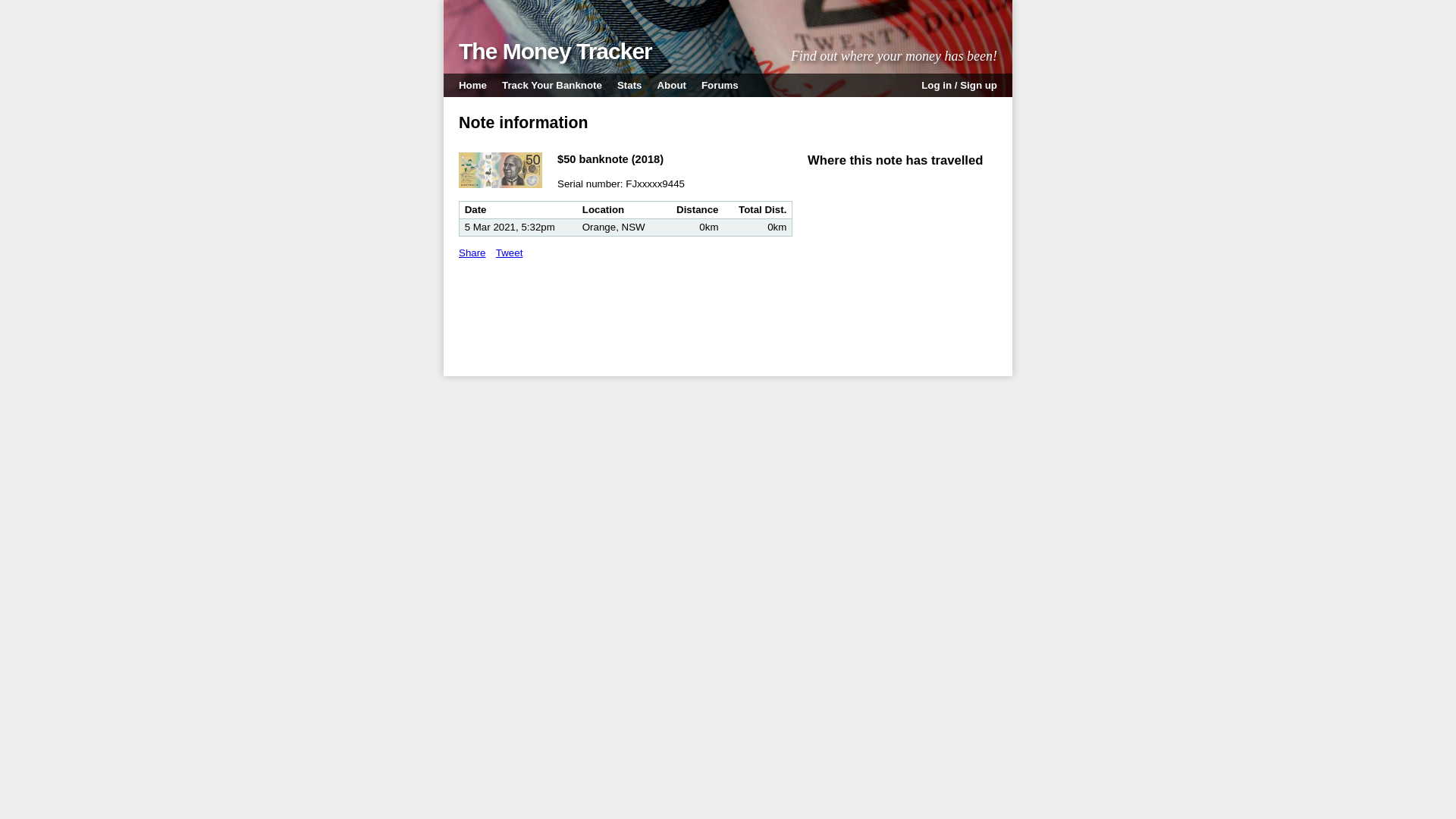 This screenshot has width=1456, height=819. What do you see at coordinates (472, 252) in the screenshot?
I see `'Share'` at bounding box center [472, 252].